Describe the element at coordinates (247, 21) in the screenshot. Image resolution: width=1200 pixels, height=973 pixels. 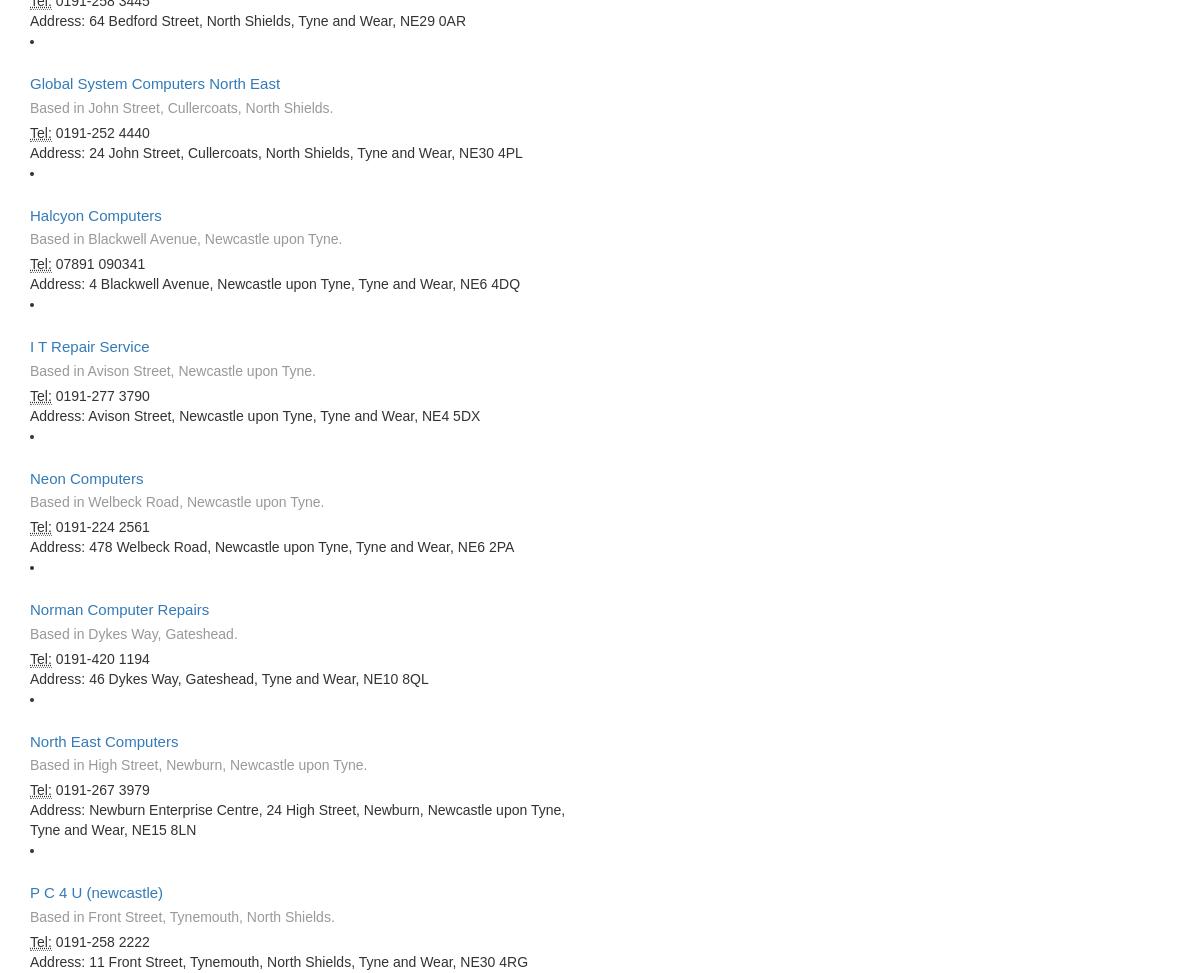
I see `'Address: 64 Bedford Street, North Shields, Tyne and Wear, NE29 0AR'` at that location.